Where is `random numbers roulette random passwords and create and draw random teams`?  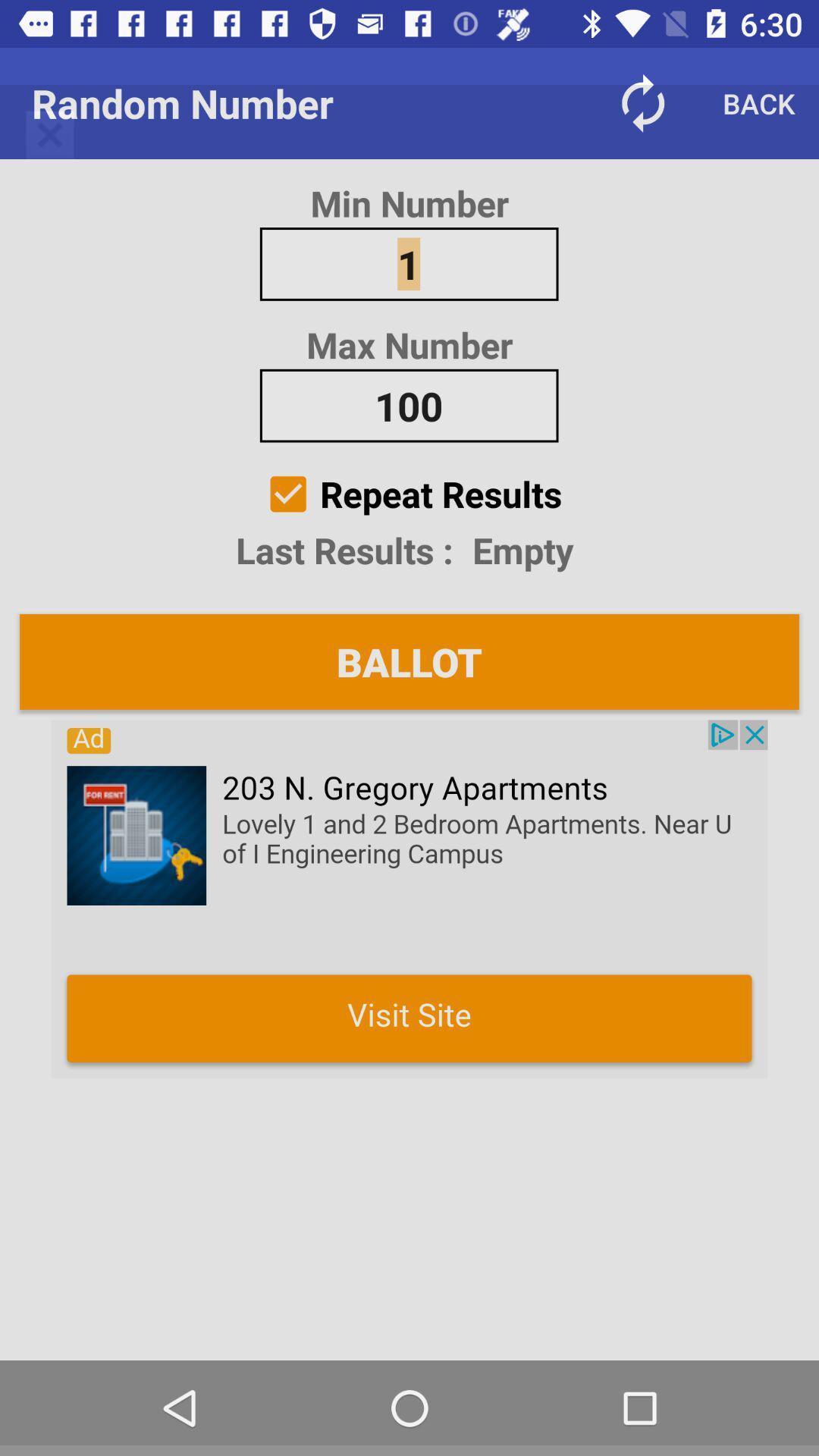
random numbers roulette random passwords and create and draw random teams is located at coordinates (409, 899).